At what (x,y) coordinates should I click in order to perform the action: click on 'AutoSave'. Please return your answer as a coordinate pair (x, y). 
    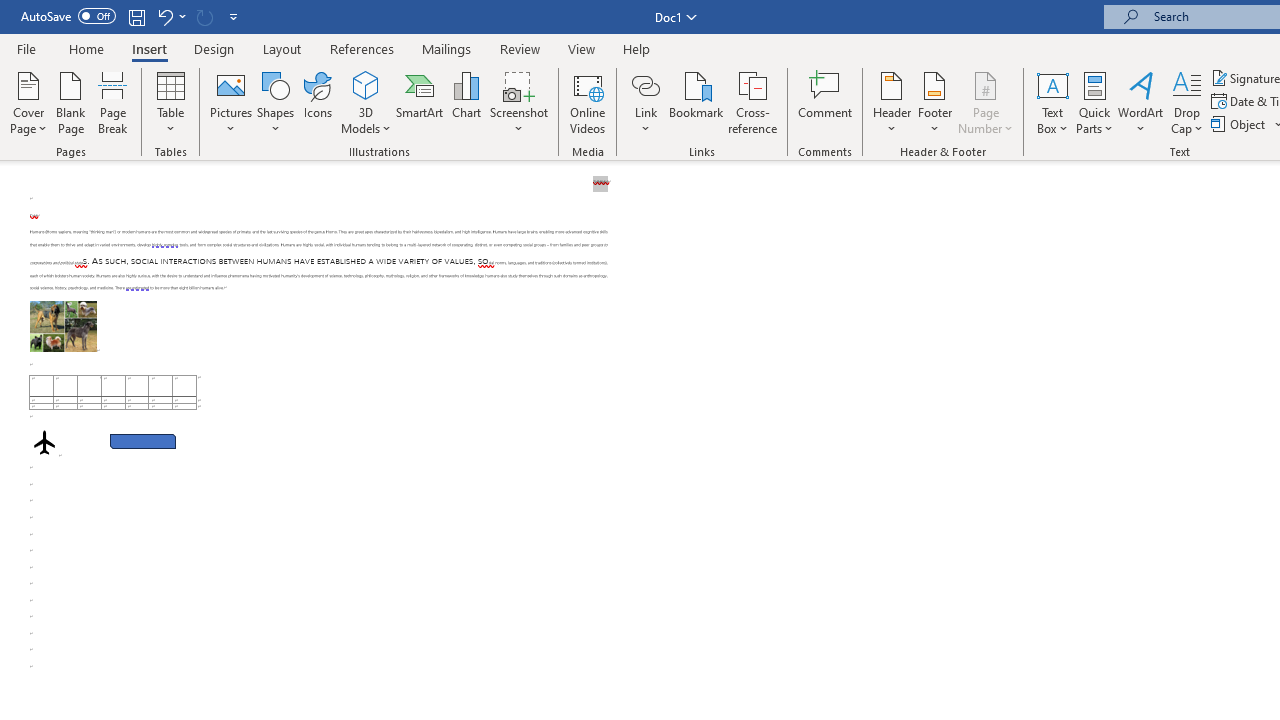
    Looking at the image, I should click on (68, 16).